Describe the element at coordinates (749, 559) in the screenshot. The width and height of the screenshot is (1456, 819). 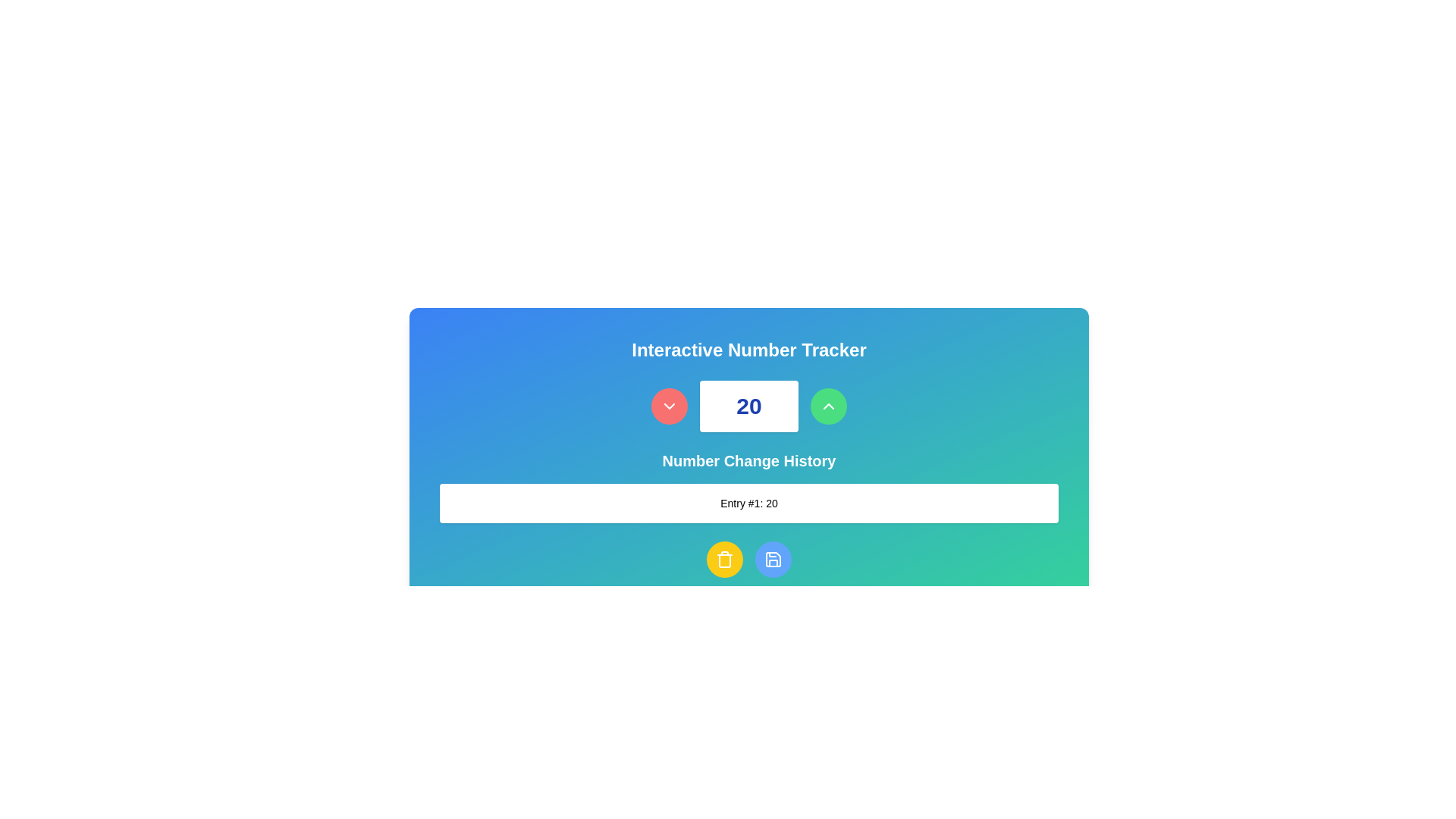
I see `the delete button located in the control panel of the 'Interactive Number Tracker' interface` at that location.